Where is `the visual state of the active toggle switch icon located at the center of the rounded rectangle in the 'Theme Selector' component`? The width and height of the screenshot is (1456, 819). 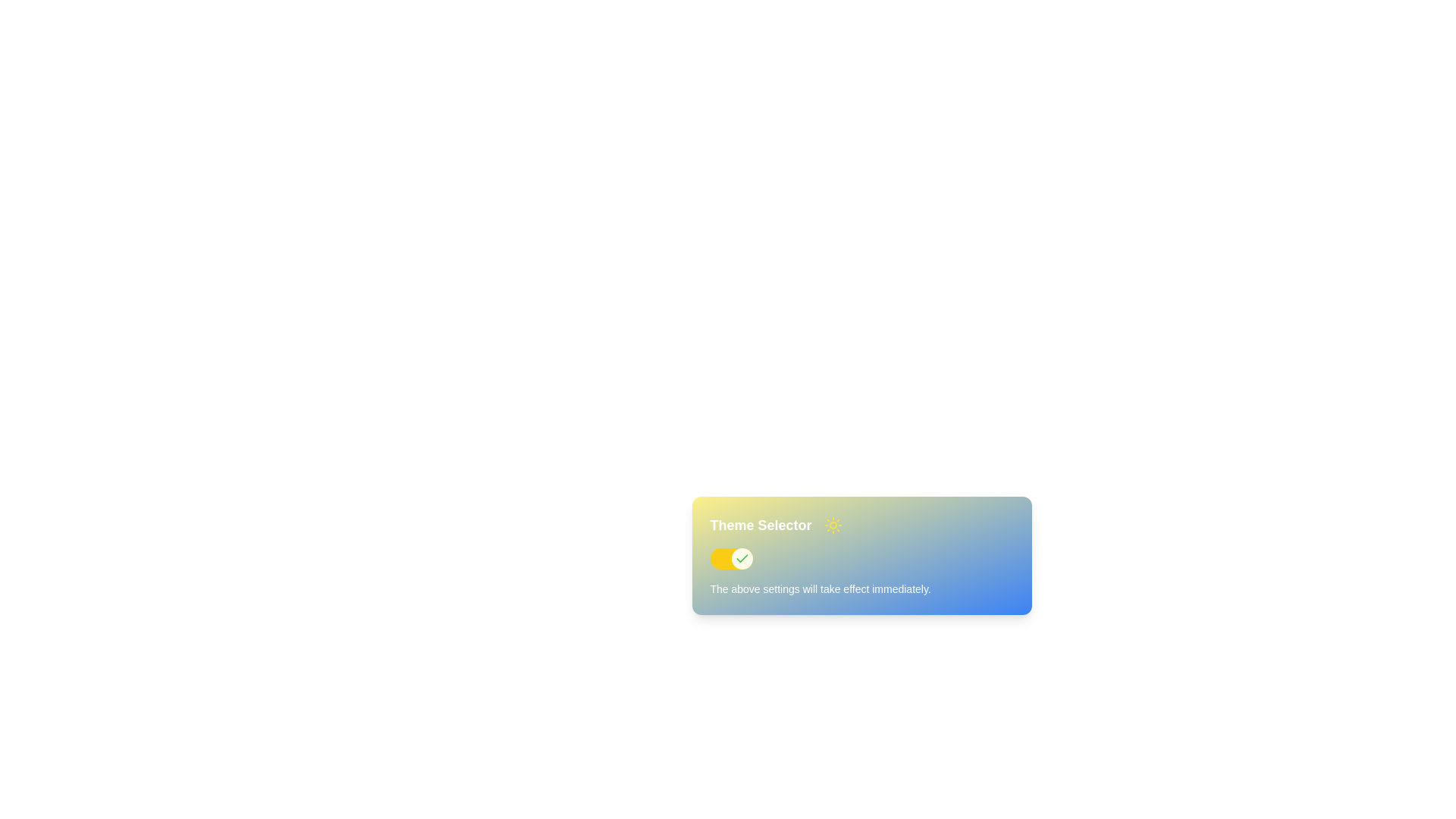
the visual state of the active toggle switch icon located at the center of the rounded rectangle in the 'Theme Selector' component is located at coordinates (742, 558).